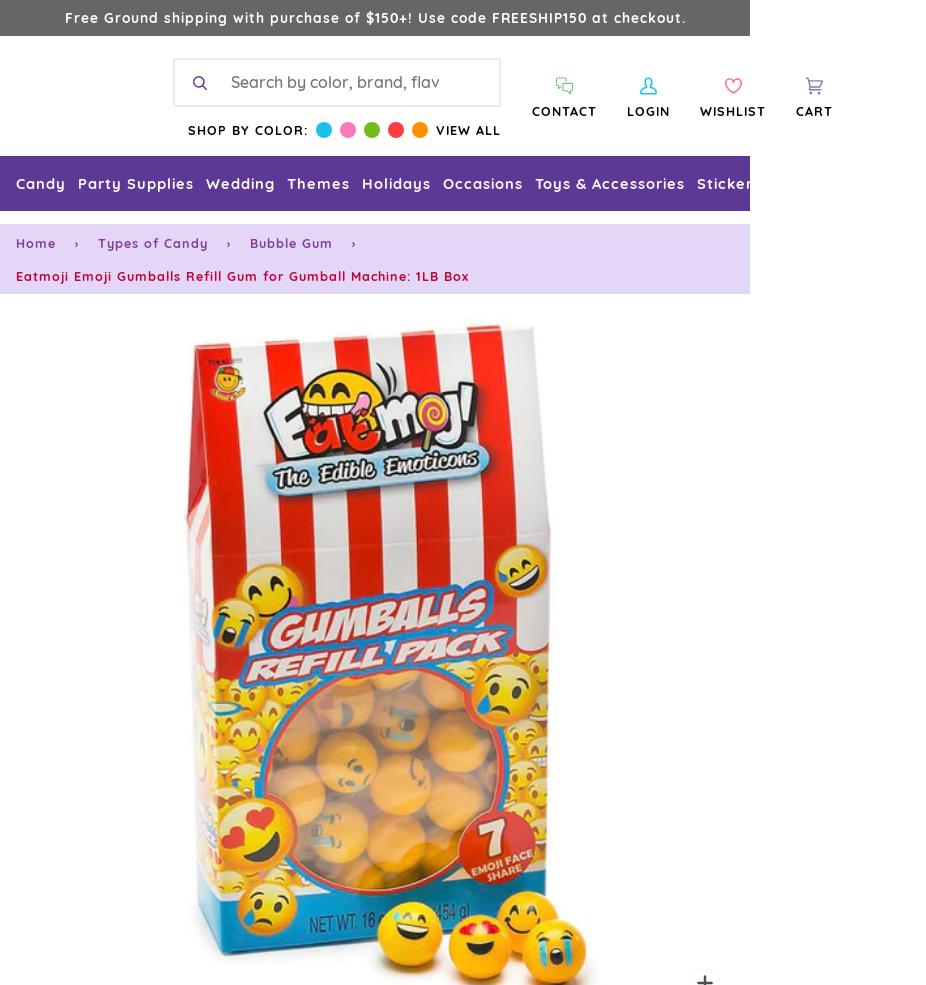  What do you see at coordinates (85, 380) in the screenshot?
I see `'Candy Warehouse'` at bounding box center [85, 380].